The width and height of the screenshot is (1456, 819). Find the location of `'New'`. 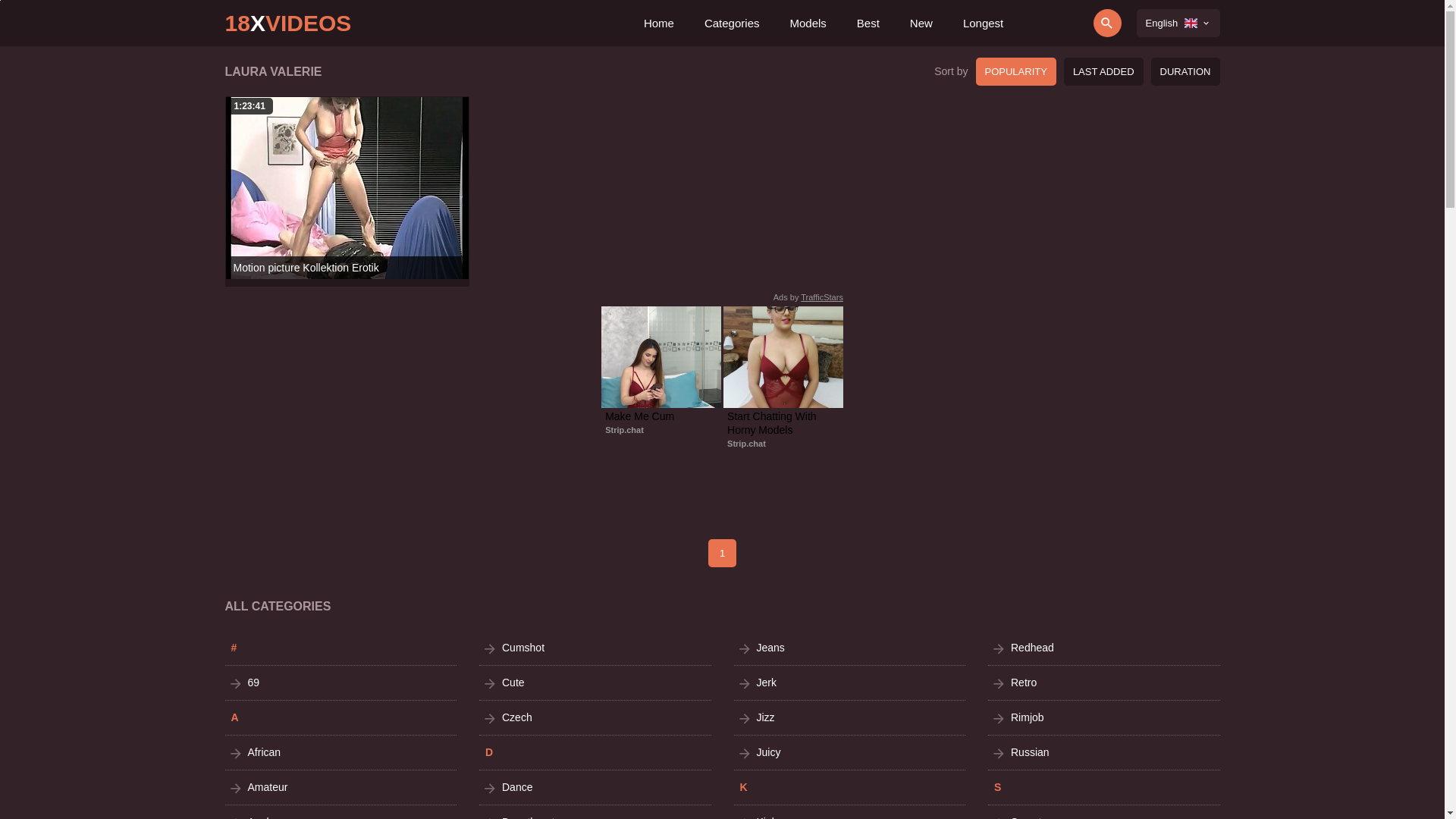

'New' is located at coordinates (920, 23).